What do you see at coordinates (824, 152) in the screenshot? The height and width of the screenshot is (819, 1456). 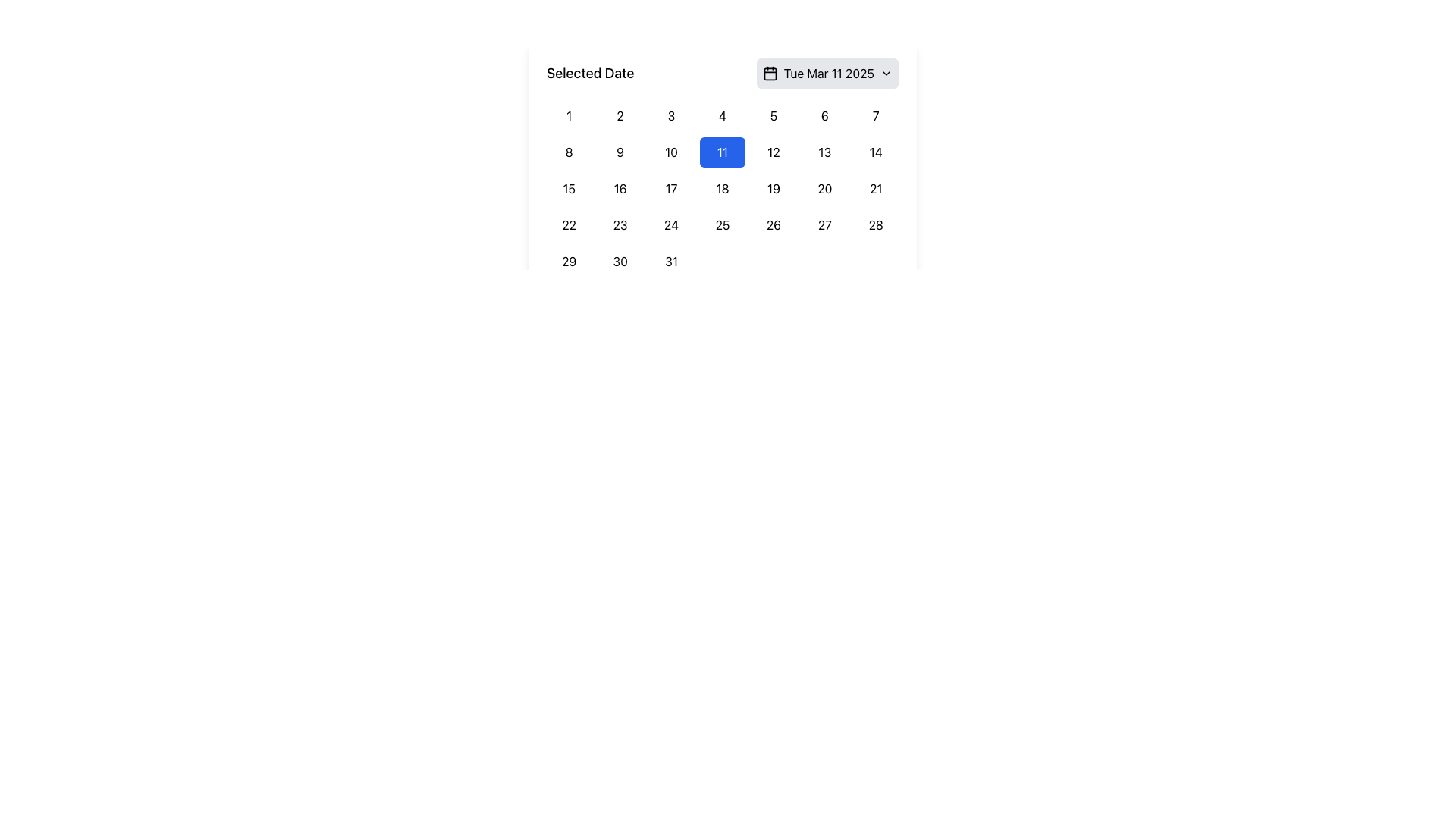 I see `the day selection button for the 13th date in the calendar interface` at bounding box center [824, 152].